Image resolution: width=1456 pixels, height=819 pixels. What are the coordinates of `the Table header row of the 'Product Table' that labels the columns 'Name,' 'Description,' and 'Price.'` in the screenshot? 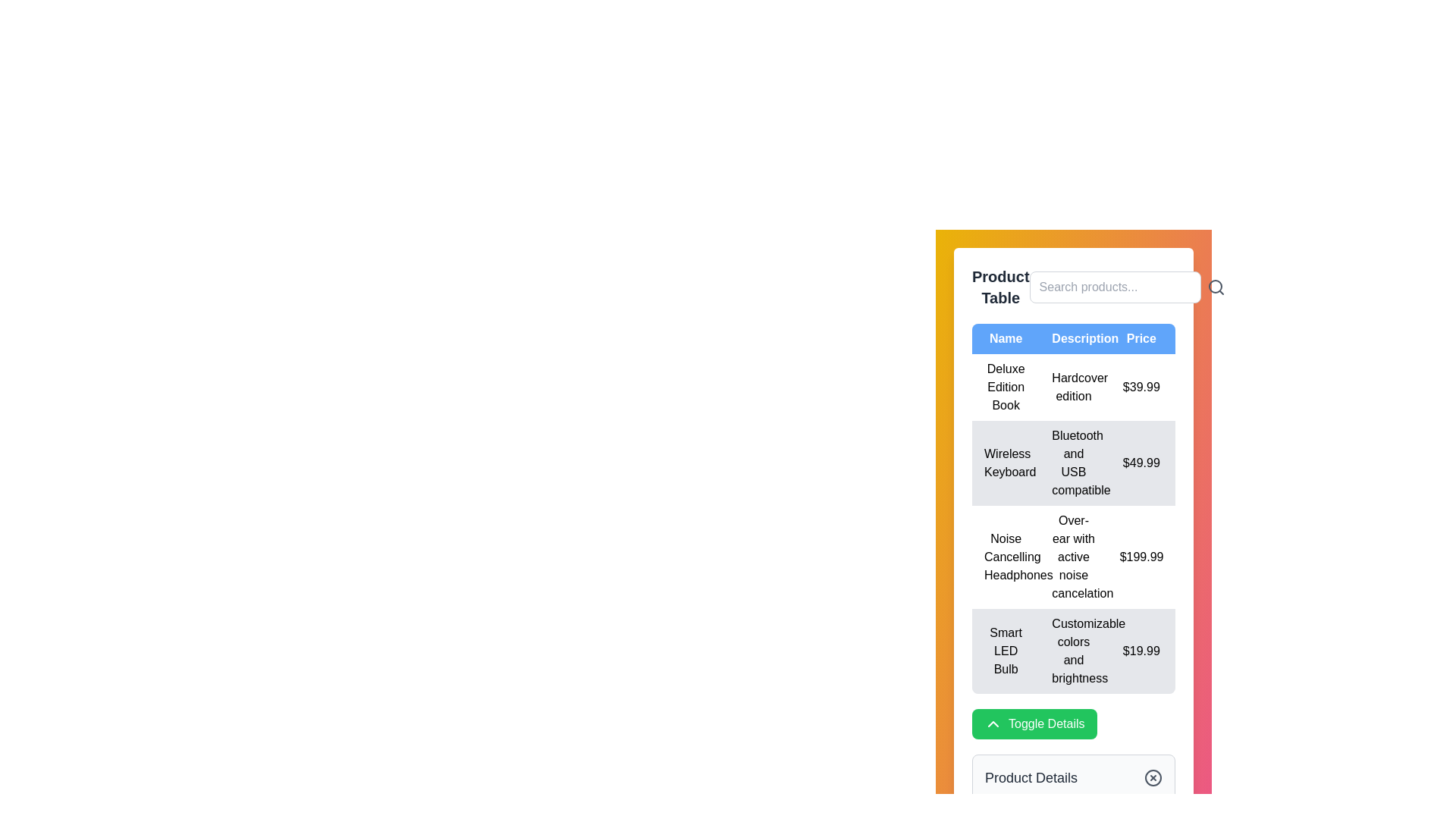 It's located at (1073, 338).